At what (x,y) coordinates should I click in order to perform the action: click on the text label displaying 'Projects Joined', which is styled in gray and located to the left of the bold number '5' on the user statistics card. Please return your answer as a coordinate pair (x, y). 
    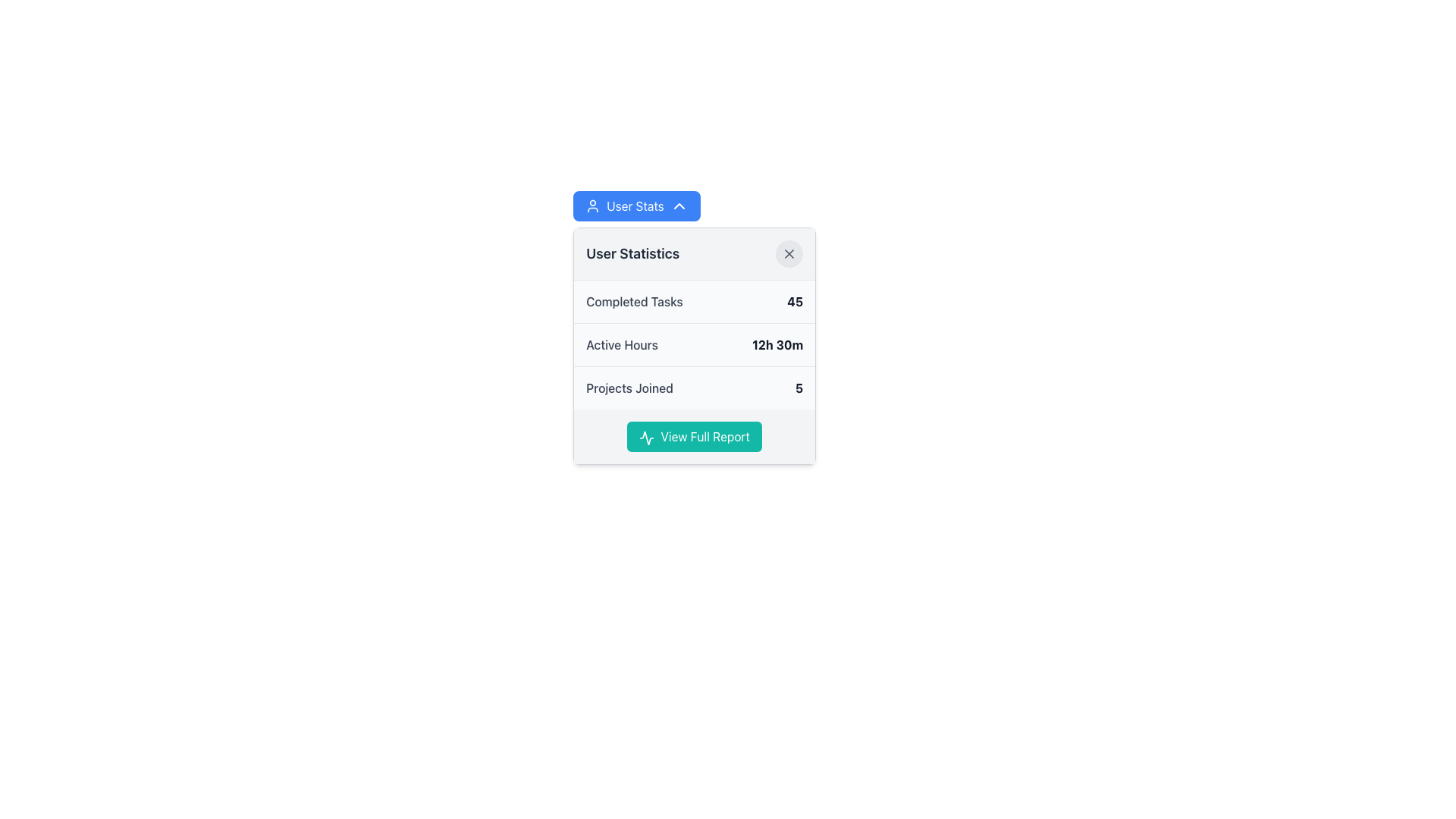
    Looking at the image, I should click on (629, 388).